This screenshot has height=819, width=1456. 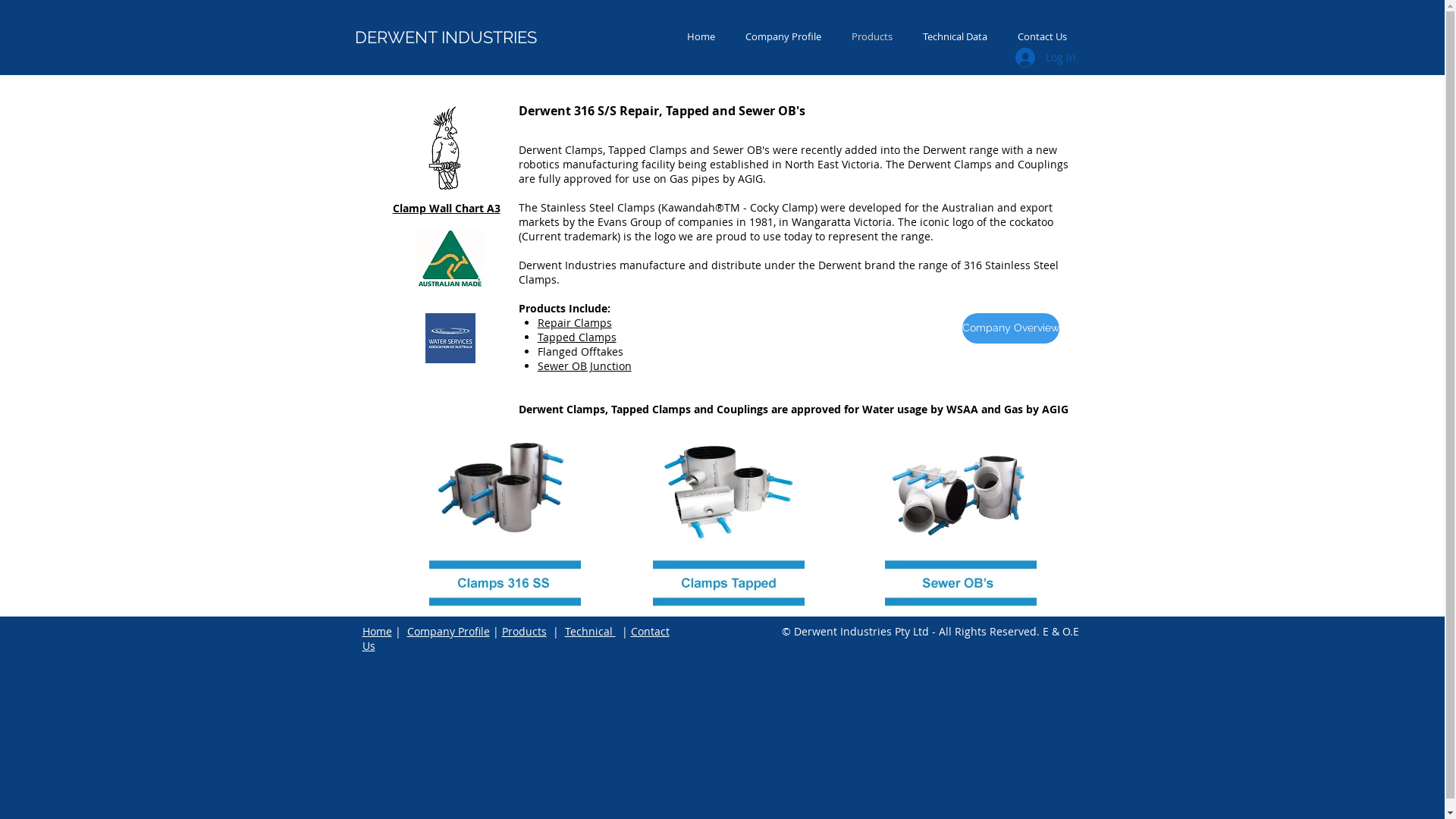 What do you see at coordinates (576, 336) in the screenshot?
I see `'Tapped Clamps'` at bounding box center [576, 336].